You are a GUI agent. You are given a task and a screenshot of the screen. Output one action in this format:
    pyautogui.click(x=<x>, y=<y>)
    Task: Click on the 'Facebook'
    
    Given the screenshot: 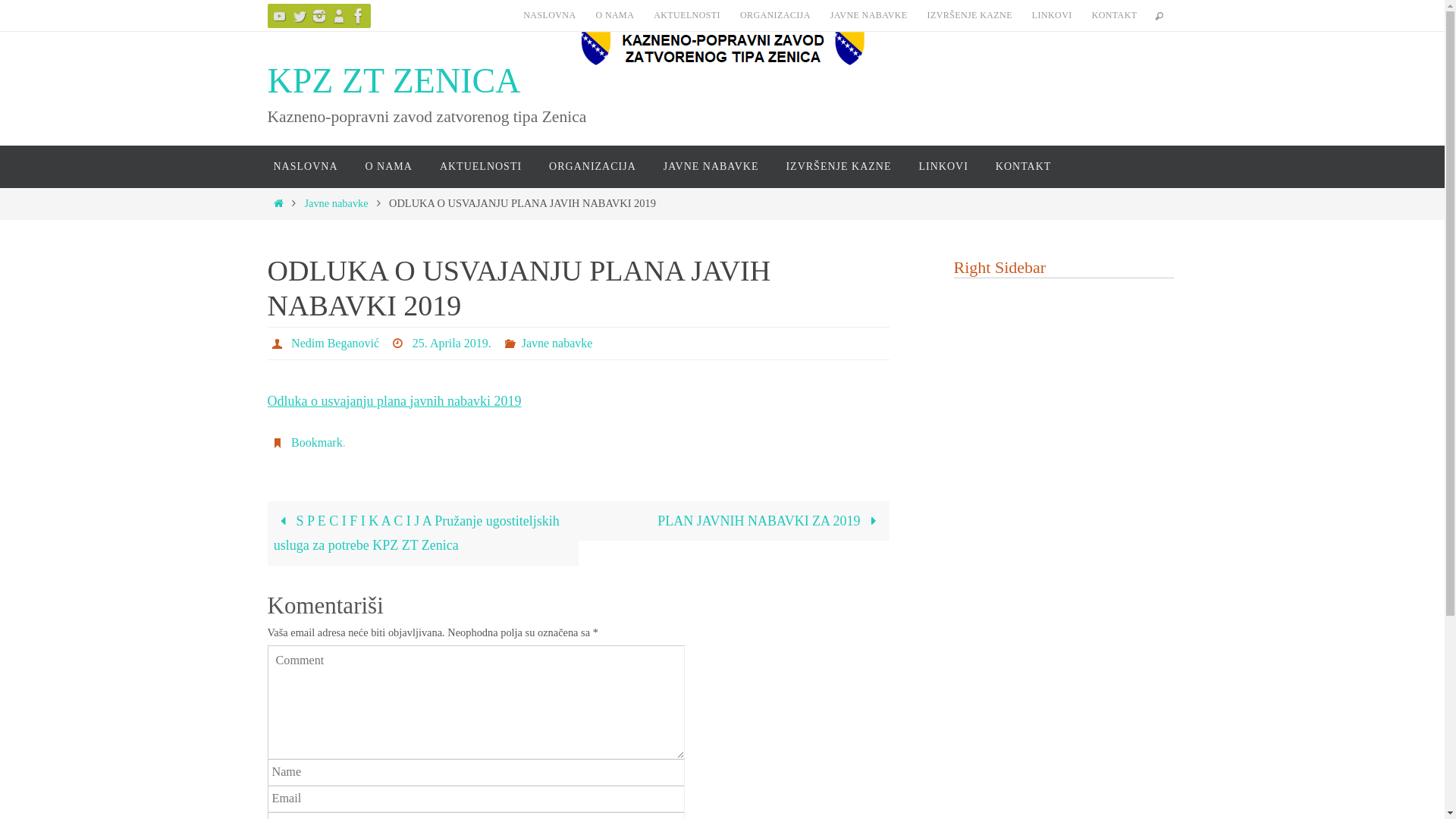 What is the action you would take?
    pyautogui.click(x=345, y=15)
    